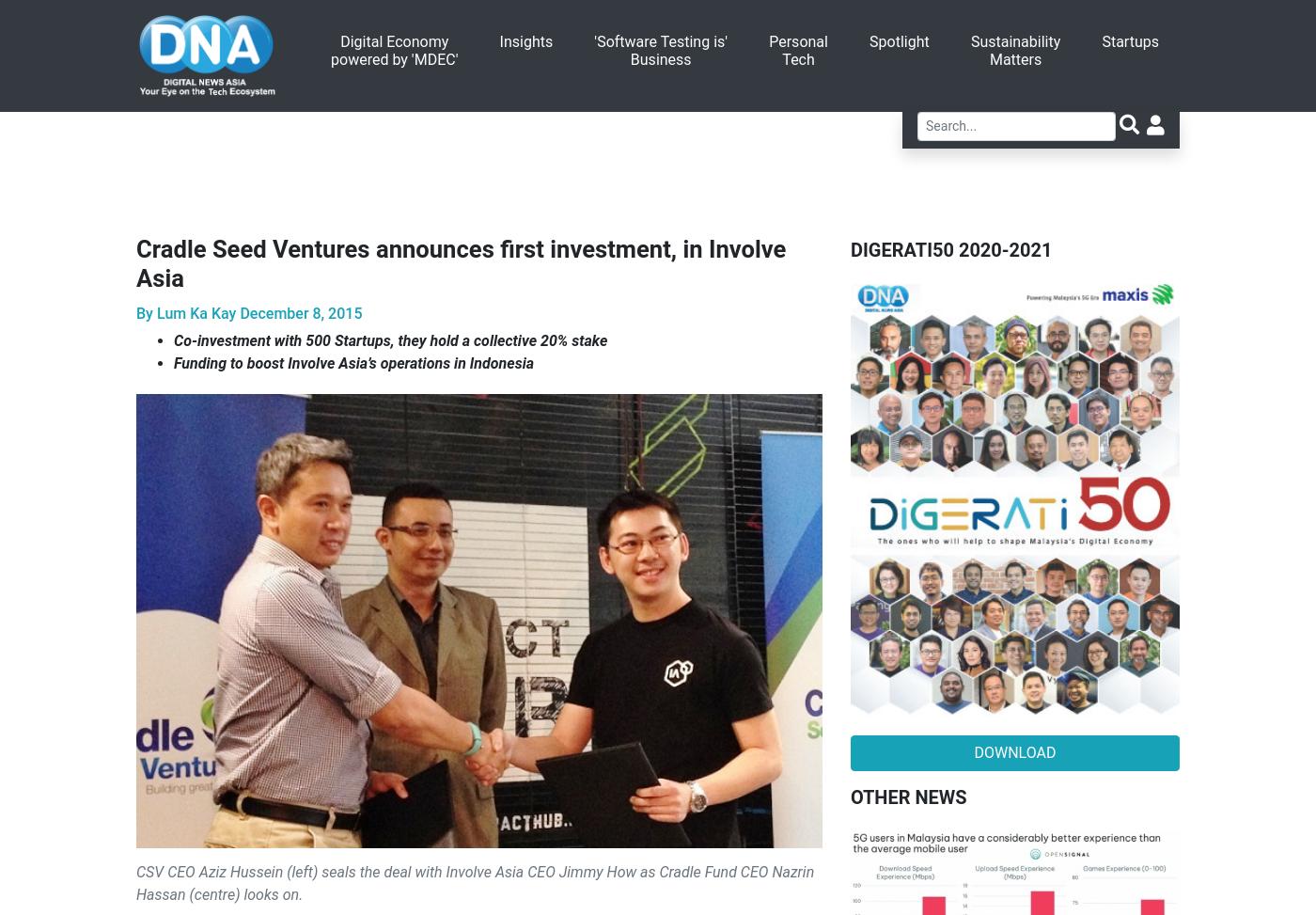 The height and width of the screenshot is (915, 1316). Describe the element at coordinates (907, 796) in the screenshot. I see `'Other News'` at that location.